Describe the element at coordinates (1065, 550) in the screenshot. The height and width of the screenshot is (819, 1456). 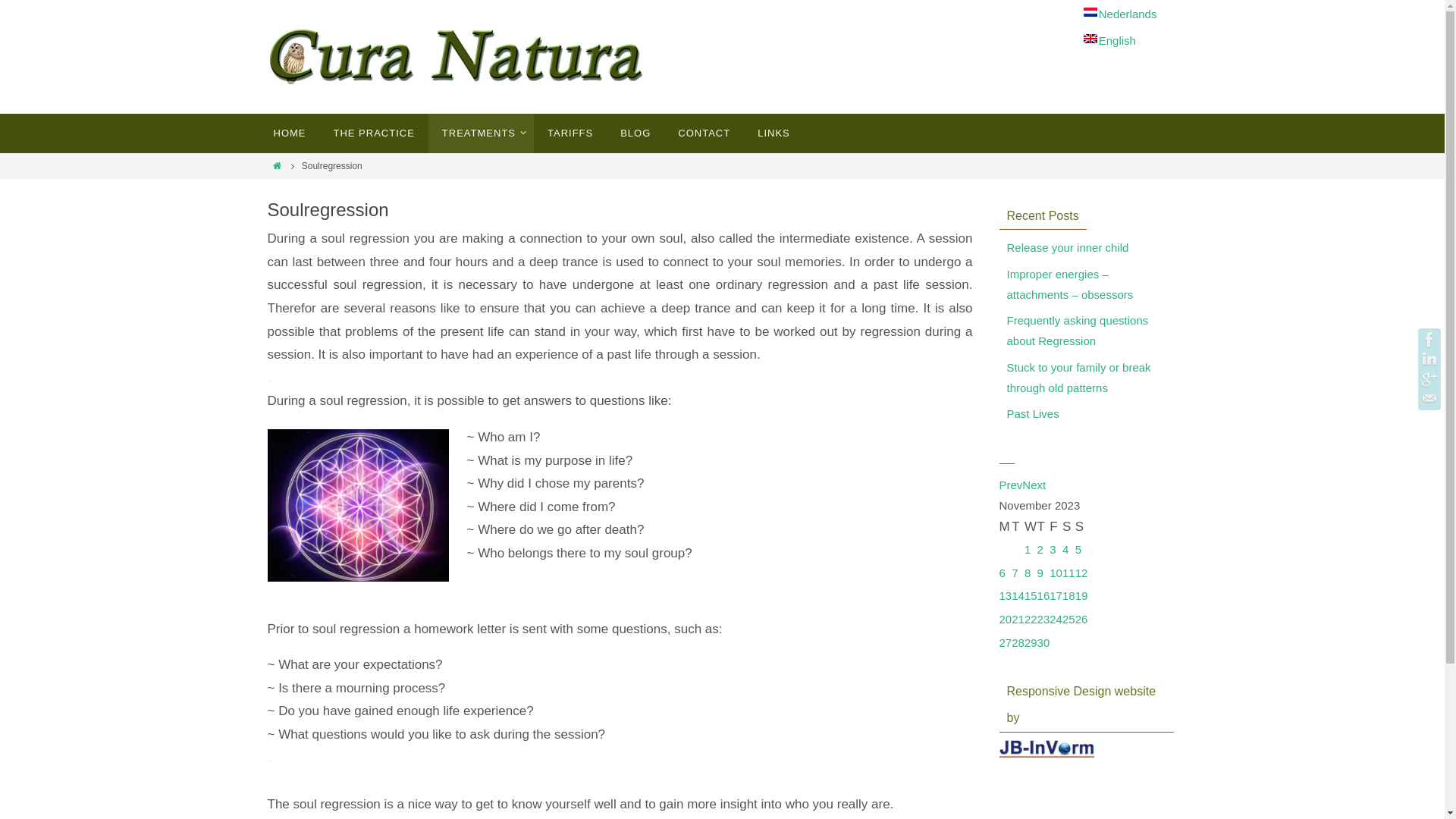
I see `'4'` at that location.